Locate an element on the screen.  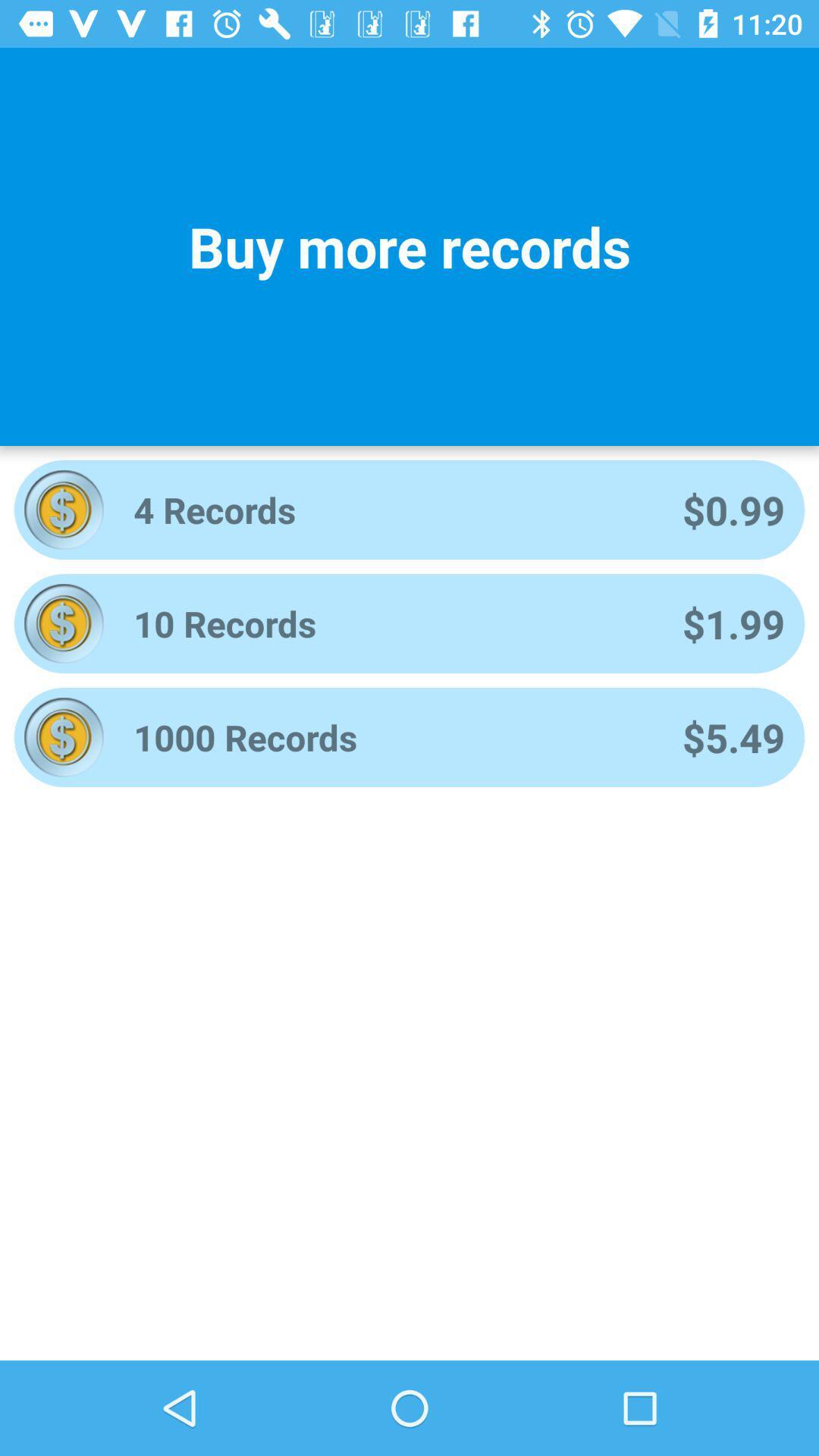
the $5.49 icon is located at coordinates (733, 737).